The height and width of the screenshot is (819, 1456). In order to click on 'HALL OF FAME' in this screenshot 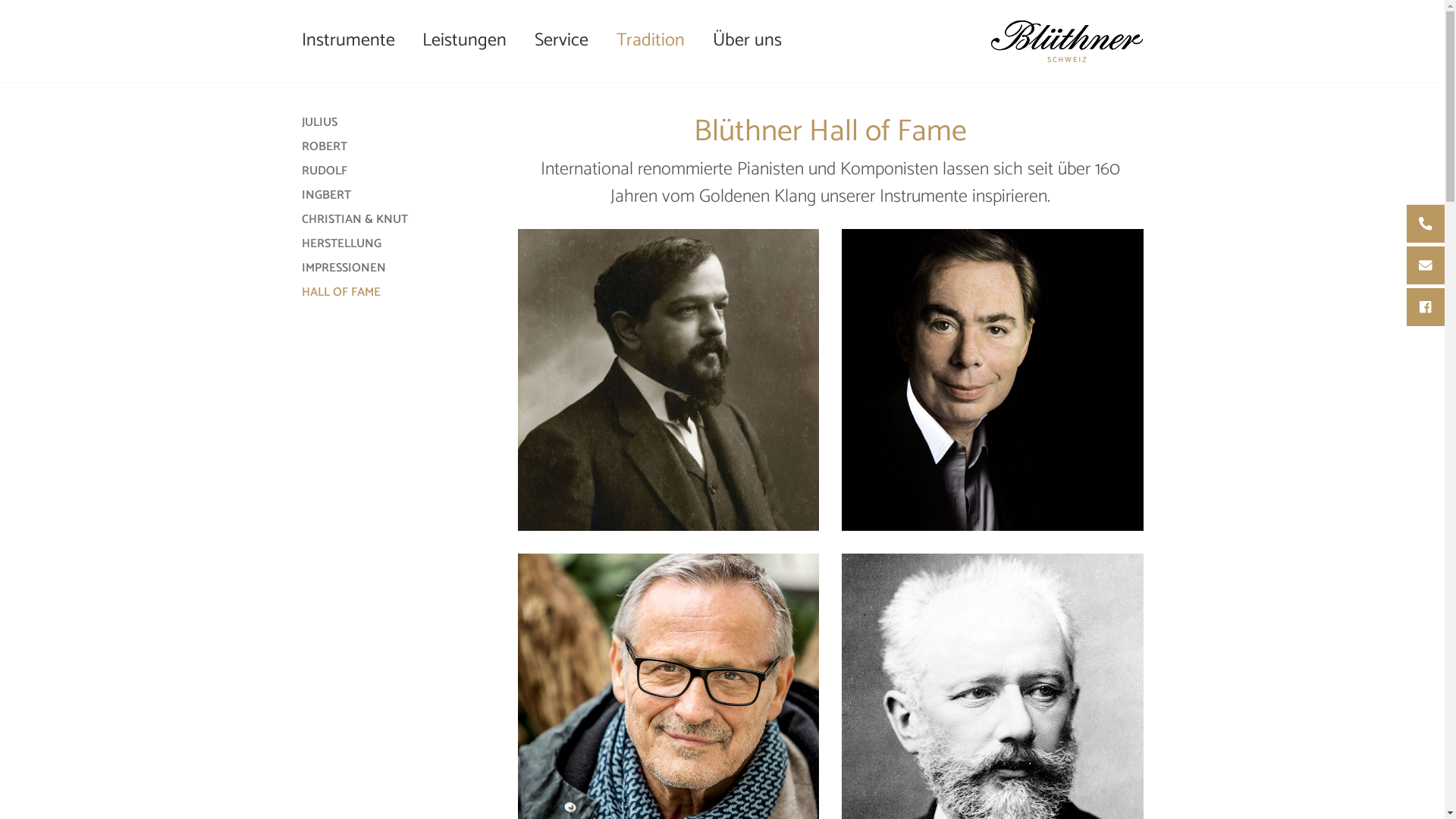, I will do `click(340, 292)`.